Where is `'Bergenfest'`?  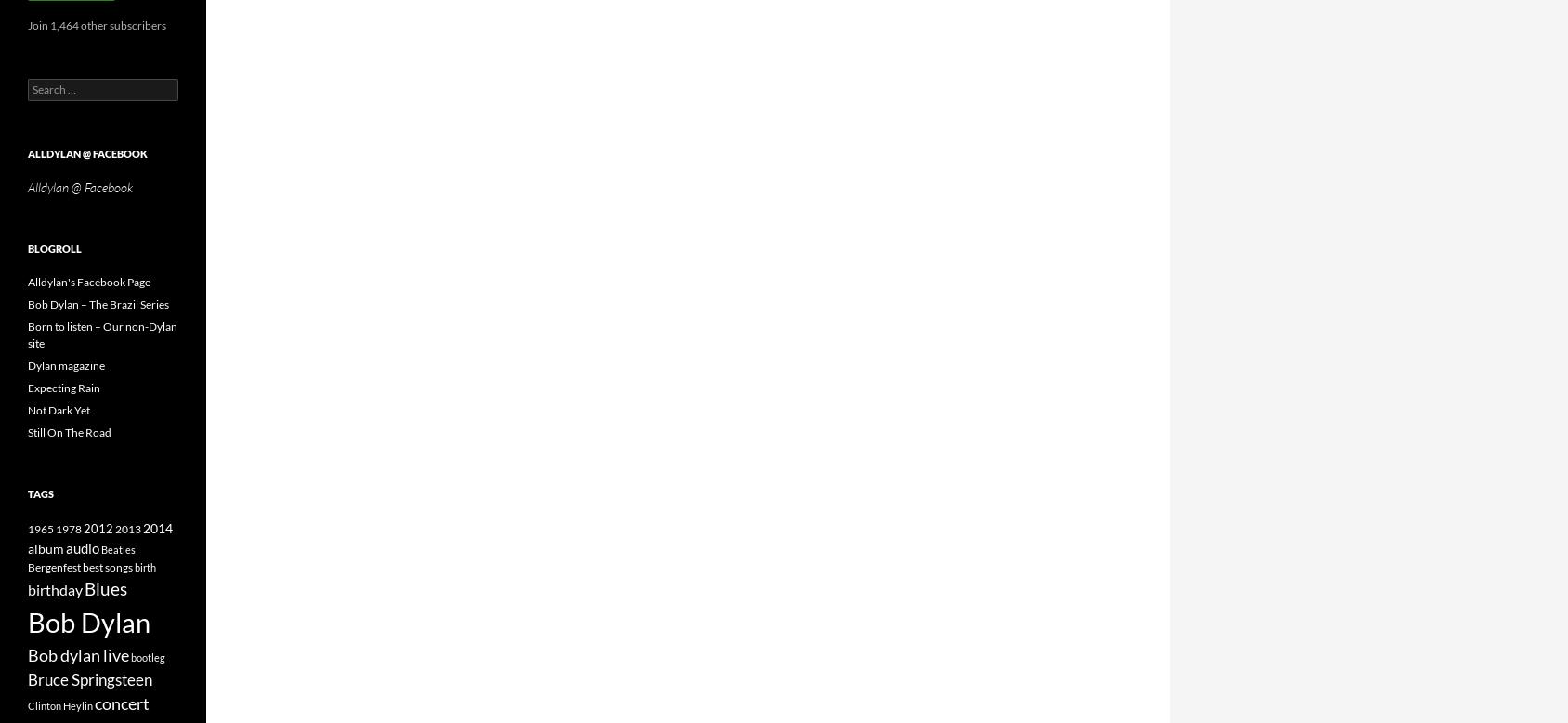
'Bergenfest' is located at coordinates (53, 565).